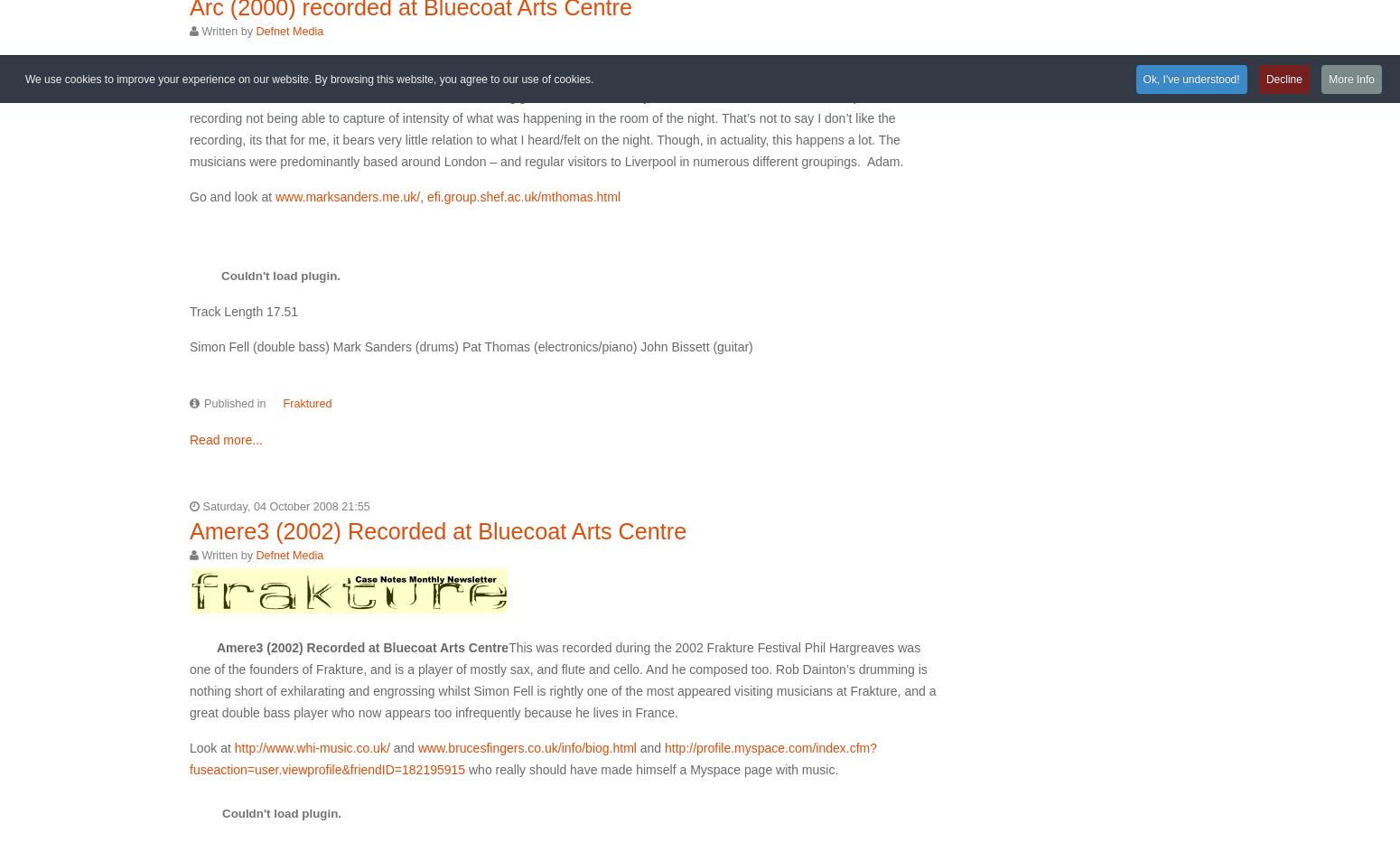 This screenshot has width=1400, height=852. Describe the element at coordinates (283, 505) in the screenshot. I see `'Saturday, 04 October 2008 21:55'` at that location.